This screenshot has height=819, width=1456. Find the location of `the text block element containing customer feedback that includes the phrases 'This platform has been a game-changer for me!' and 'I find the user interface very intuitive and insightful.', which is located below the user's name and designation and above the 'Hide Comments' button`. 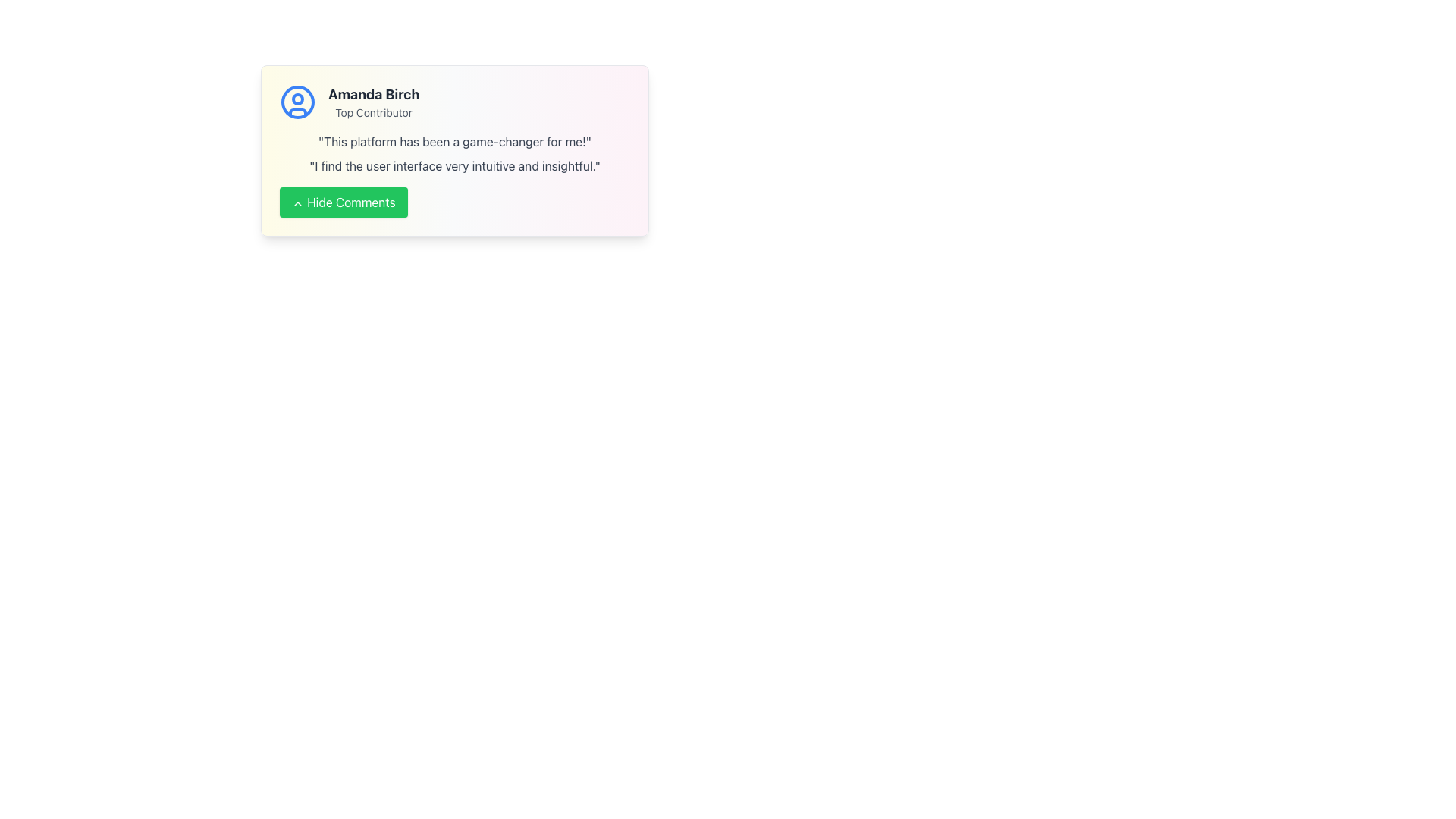

the text block element containing customer feedback that includes the phrases 'This platform has been a game-changer for me!' and 'I find the user interface very intuitive and insightful.', which is located below the user's name and designation and above the 'Hide Comments' button is located at coordinates (454, 154).